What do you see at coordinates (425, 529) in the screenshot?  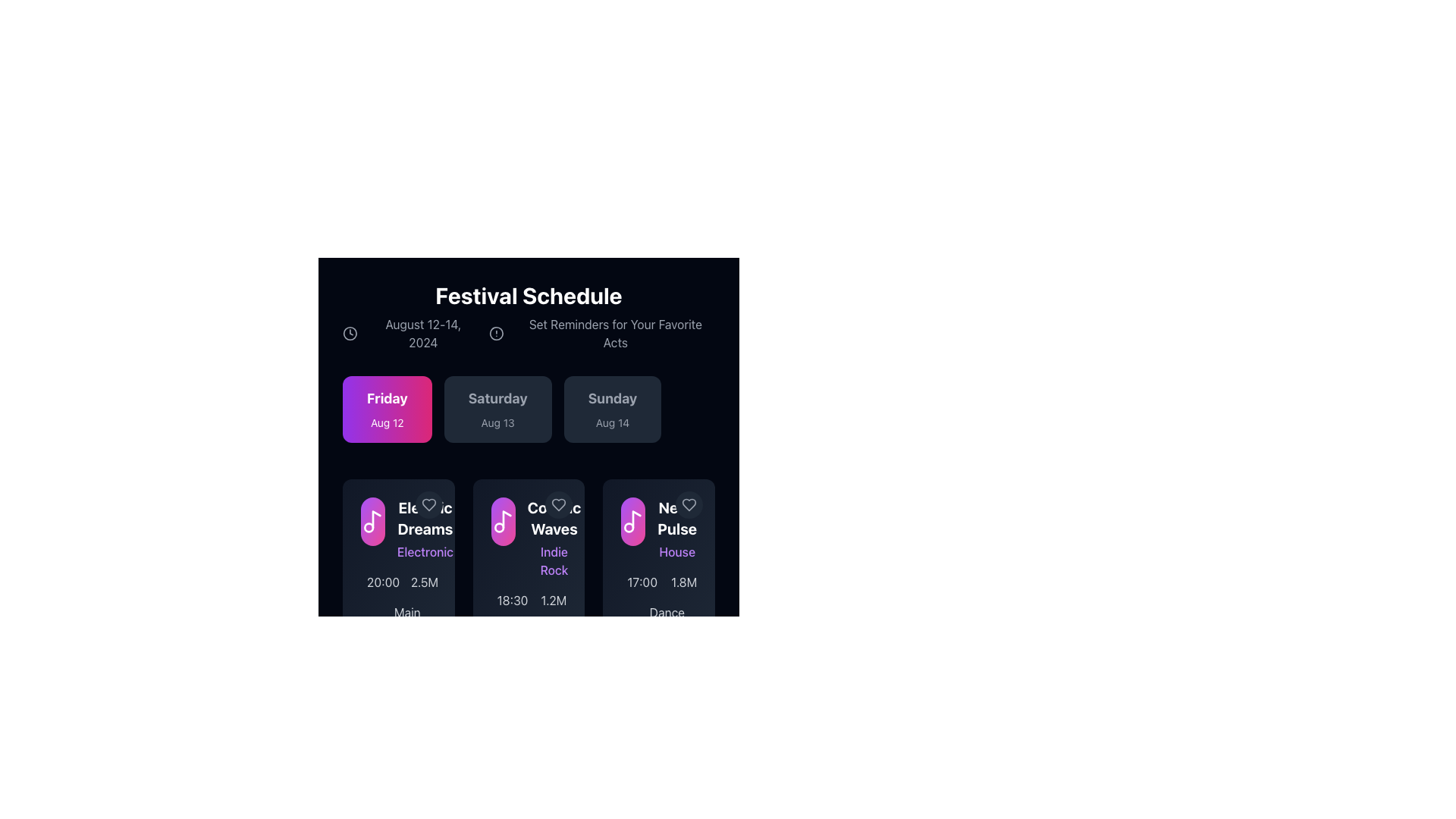 I see `the text label displaying the event name 'Electric Dreams' and its genre 'Electronic', which is located in the 'Friday, Aug 12' section of the Festival Schedule` at bounding box center [425, 529].